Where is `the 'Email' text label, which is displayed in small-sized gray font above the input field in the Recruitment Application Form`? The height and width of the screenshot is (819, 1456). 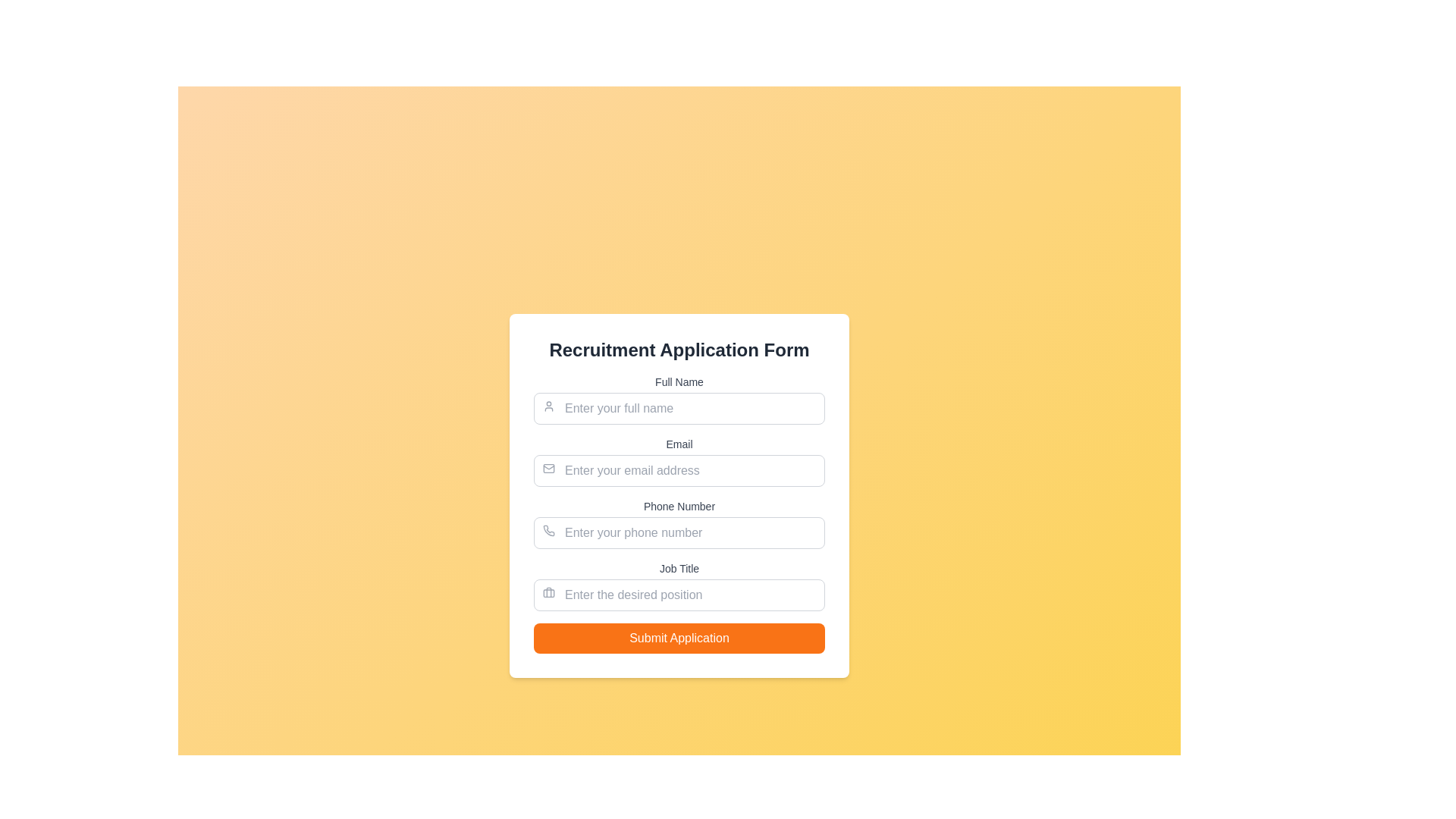 the 'Email' text label, which is displayed in small-sized gray font above the input field in the Recruitment Application Form is located at coordinates (679, 444).